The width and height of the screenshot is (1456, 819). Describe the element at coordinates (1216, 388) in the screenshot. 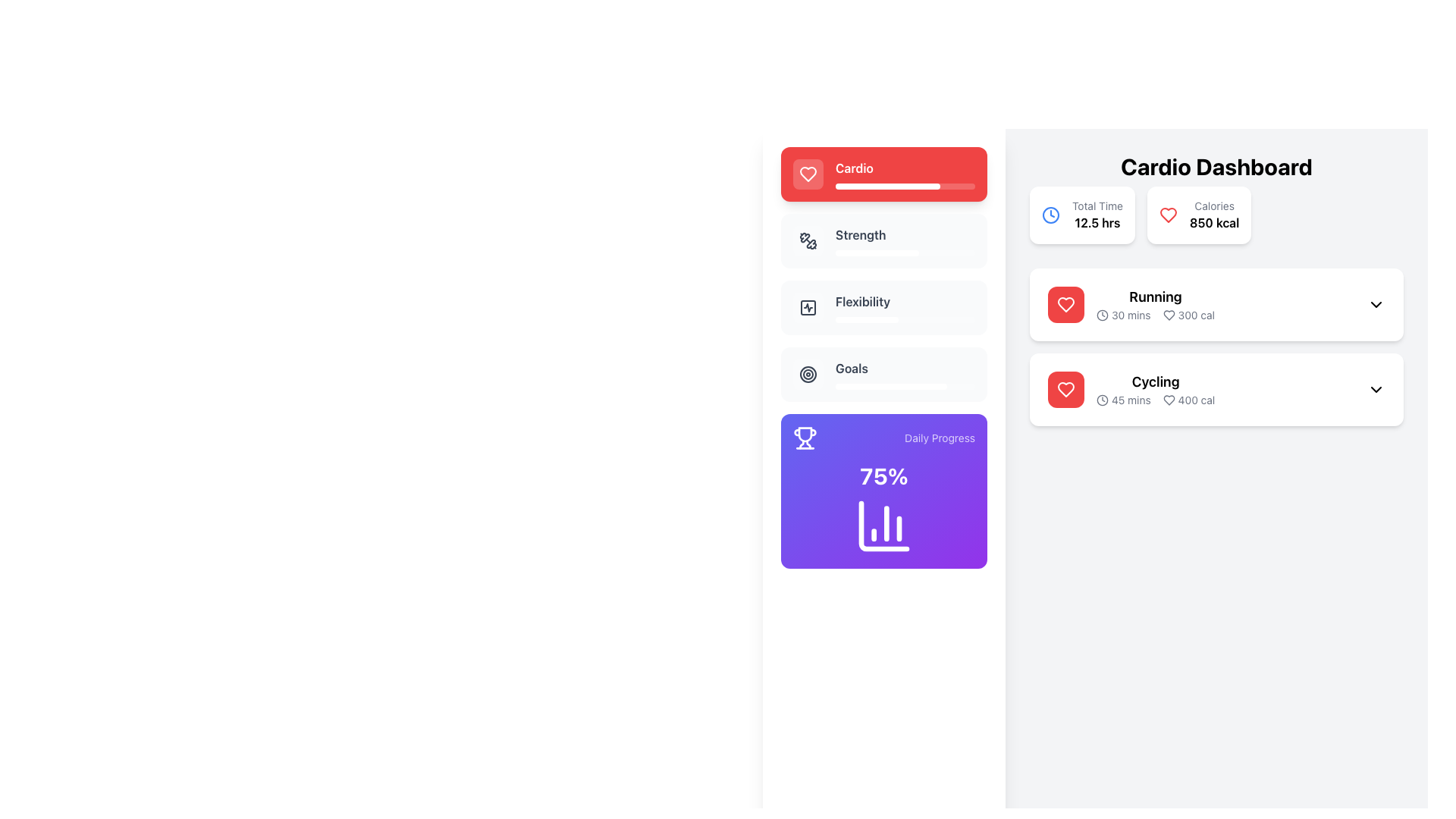

I see `the cycling activity summary card, positioned below the 'Running' card in the 'Cardio Dashboard'` at that location.